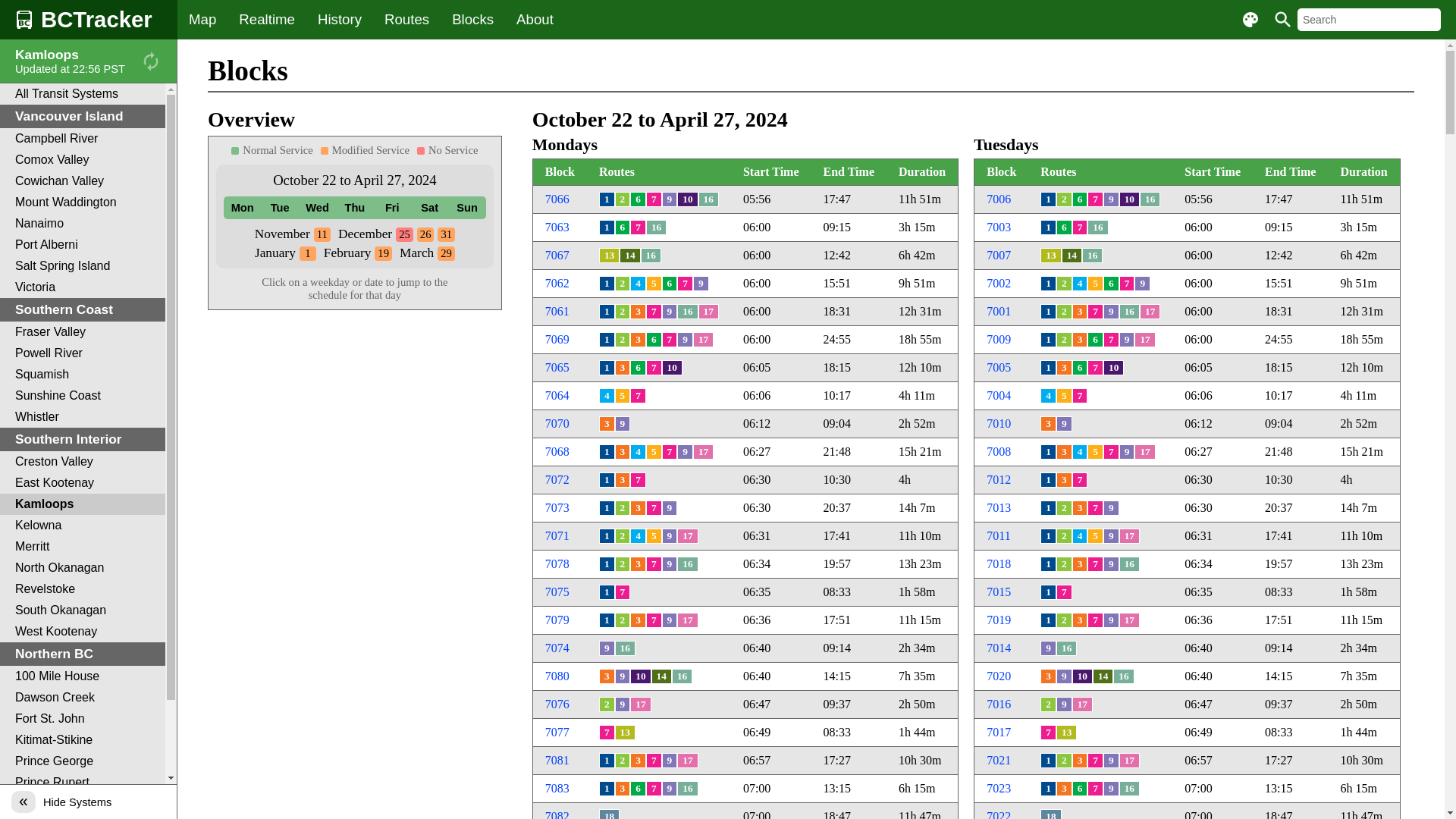  What do you see at coordinates (82, 588) in the screenshot?
I see `'Revelstoke'` at bounding box center [82, 588].